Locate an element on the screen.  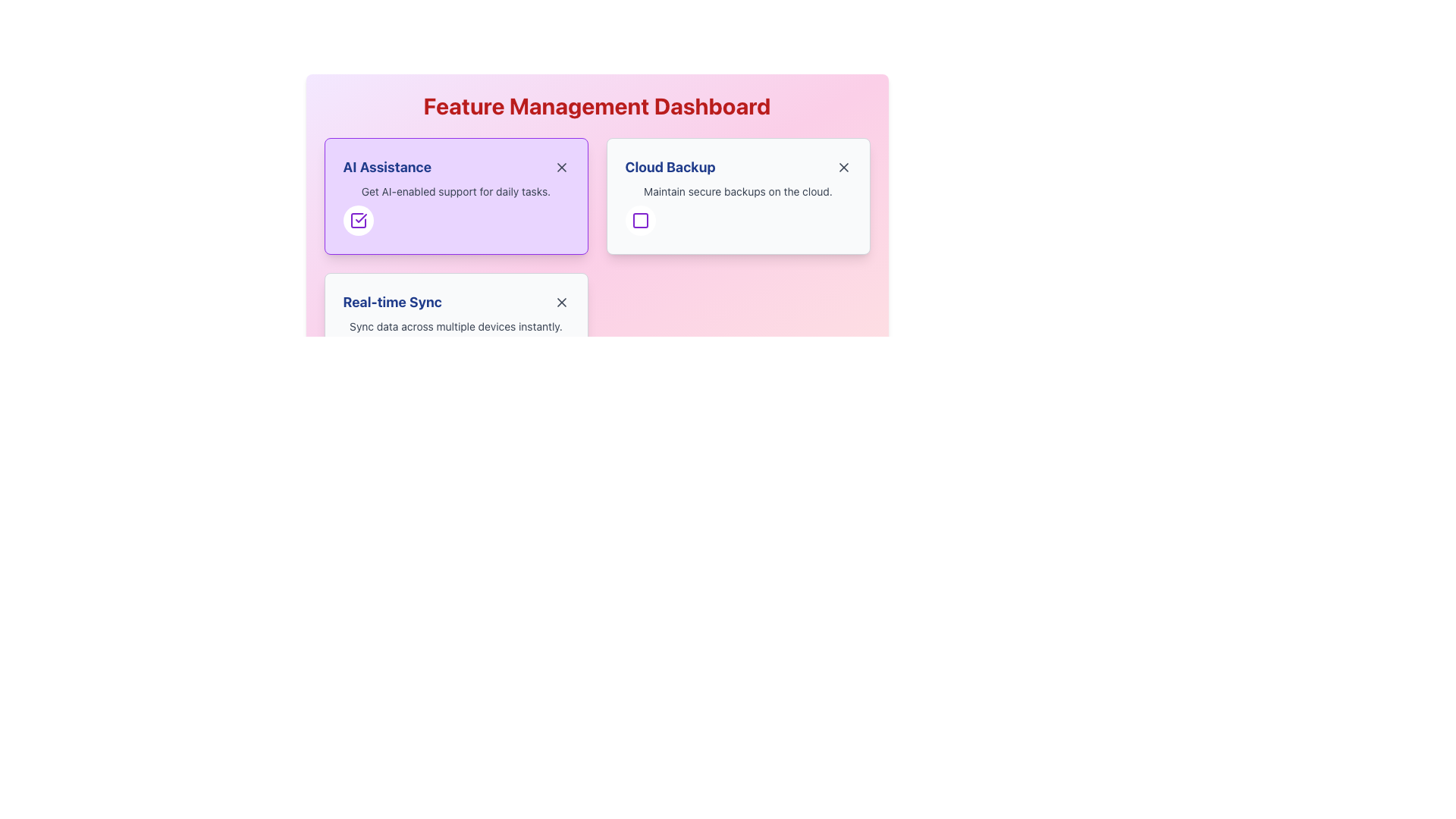
the interactive button with a white background and purple outline located in the bottom-right corner of the 'Cloud Backup' feature card is located at coordinates (640, 220).